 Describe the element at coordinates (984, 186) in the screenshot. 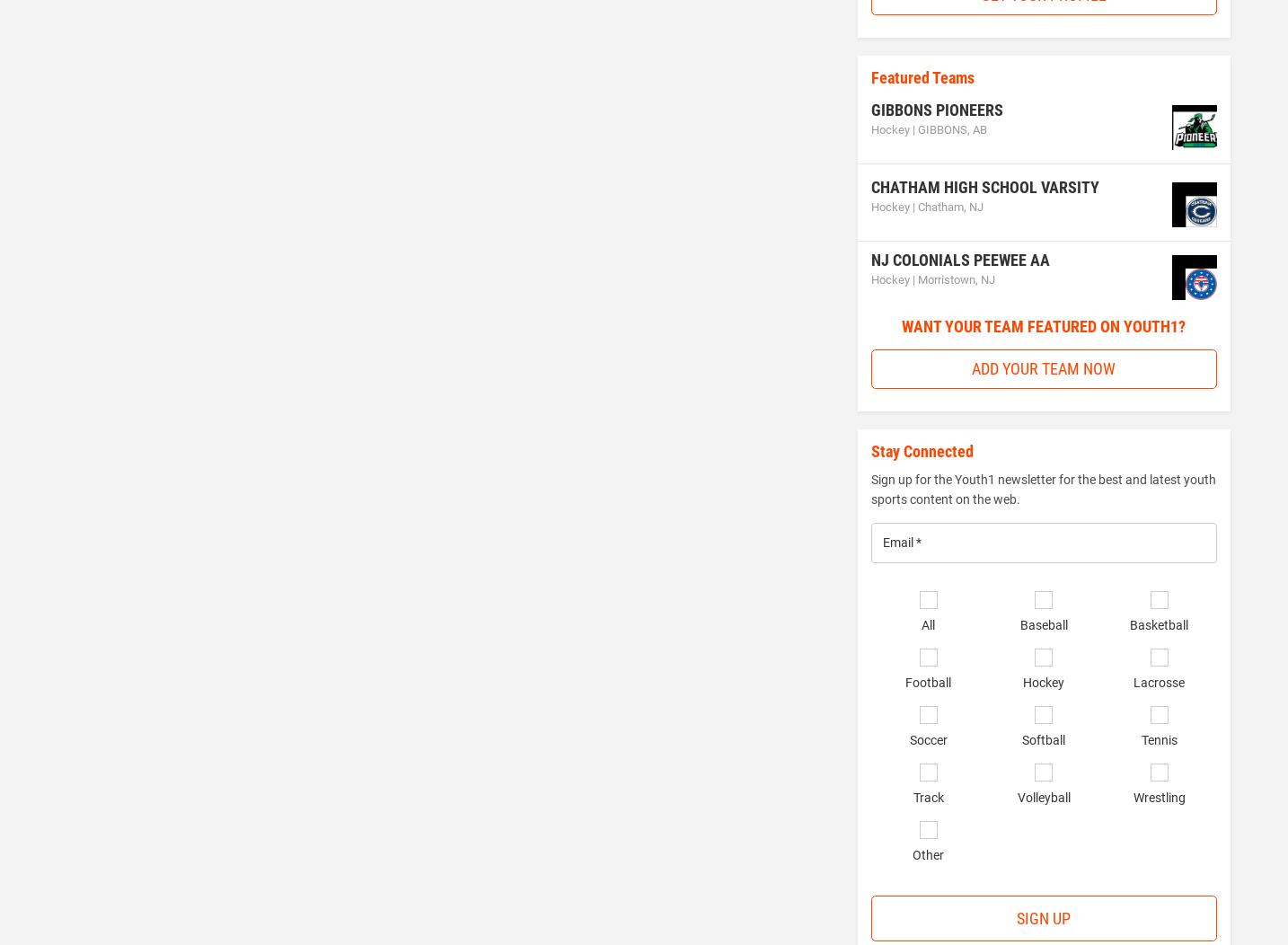

I see `'Chatham High School Varsity'` at that location.